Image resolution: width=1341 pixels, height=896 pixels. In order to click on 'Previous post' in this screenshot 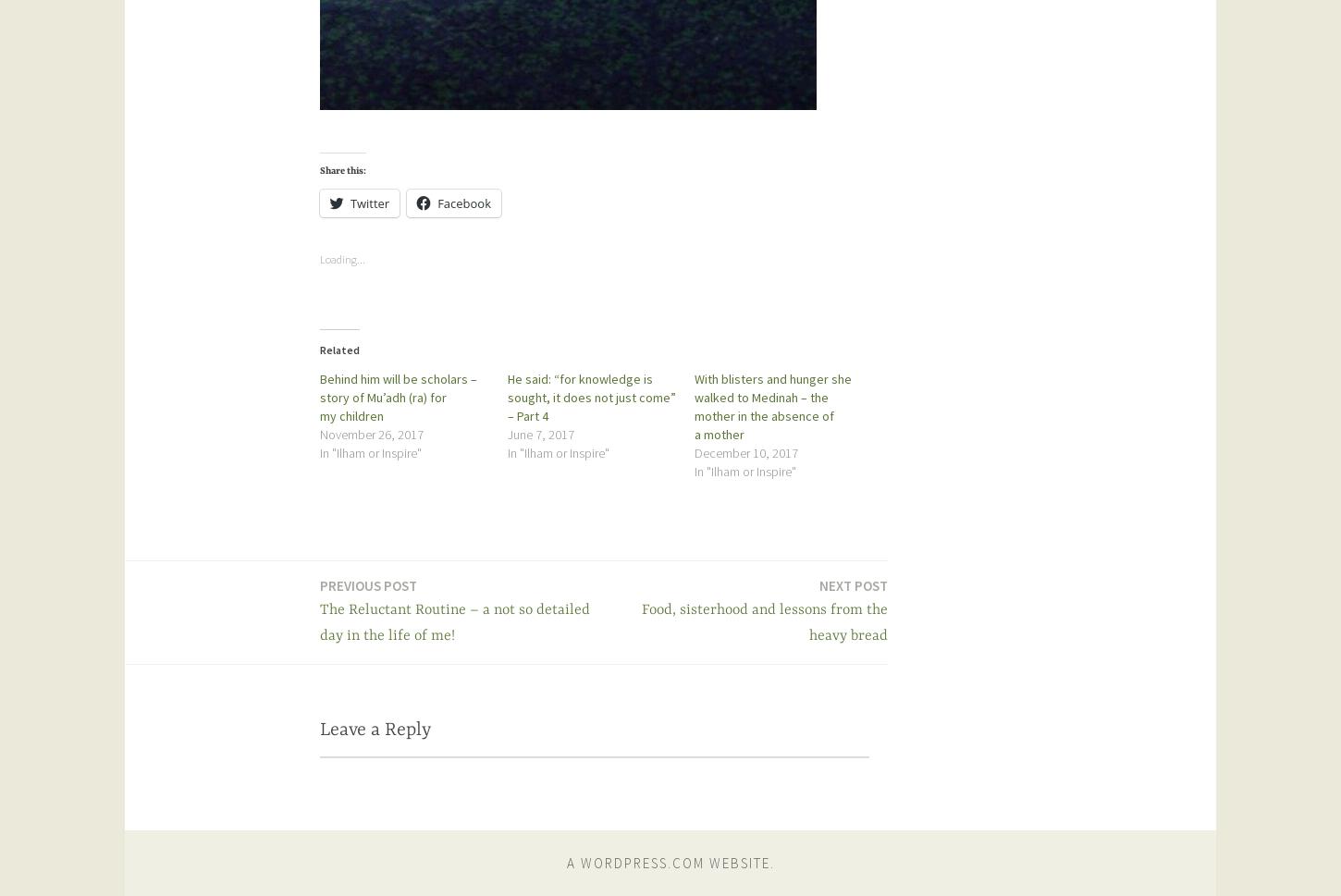, I will do `click(367, 584)`.